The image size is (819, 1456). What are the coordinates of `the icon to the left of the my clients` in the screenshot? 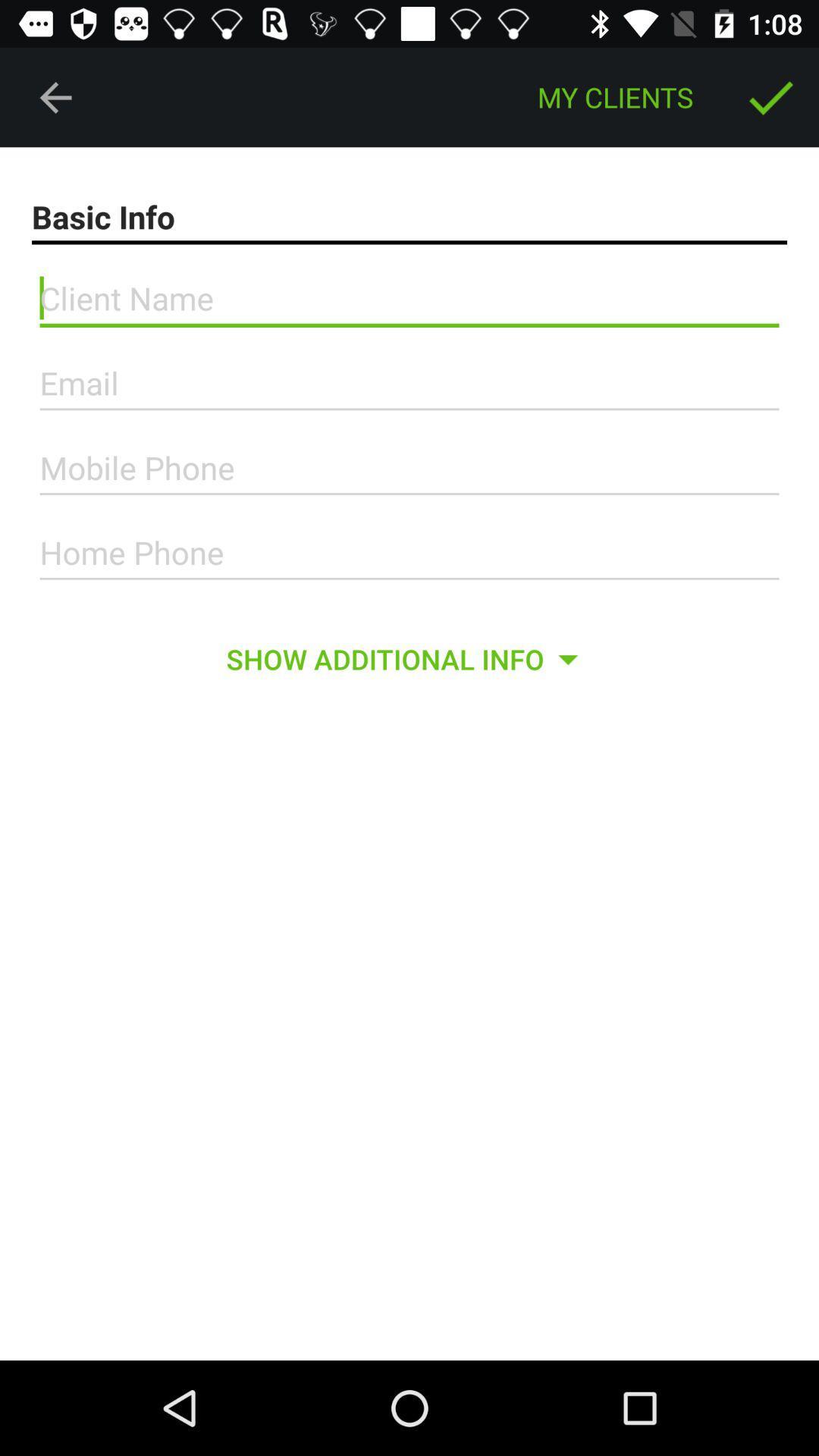 It's located at (55, 96).